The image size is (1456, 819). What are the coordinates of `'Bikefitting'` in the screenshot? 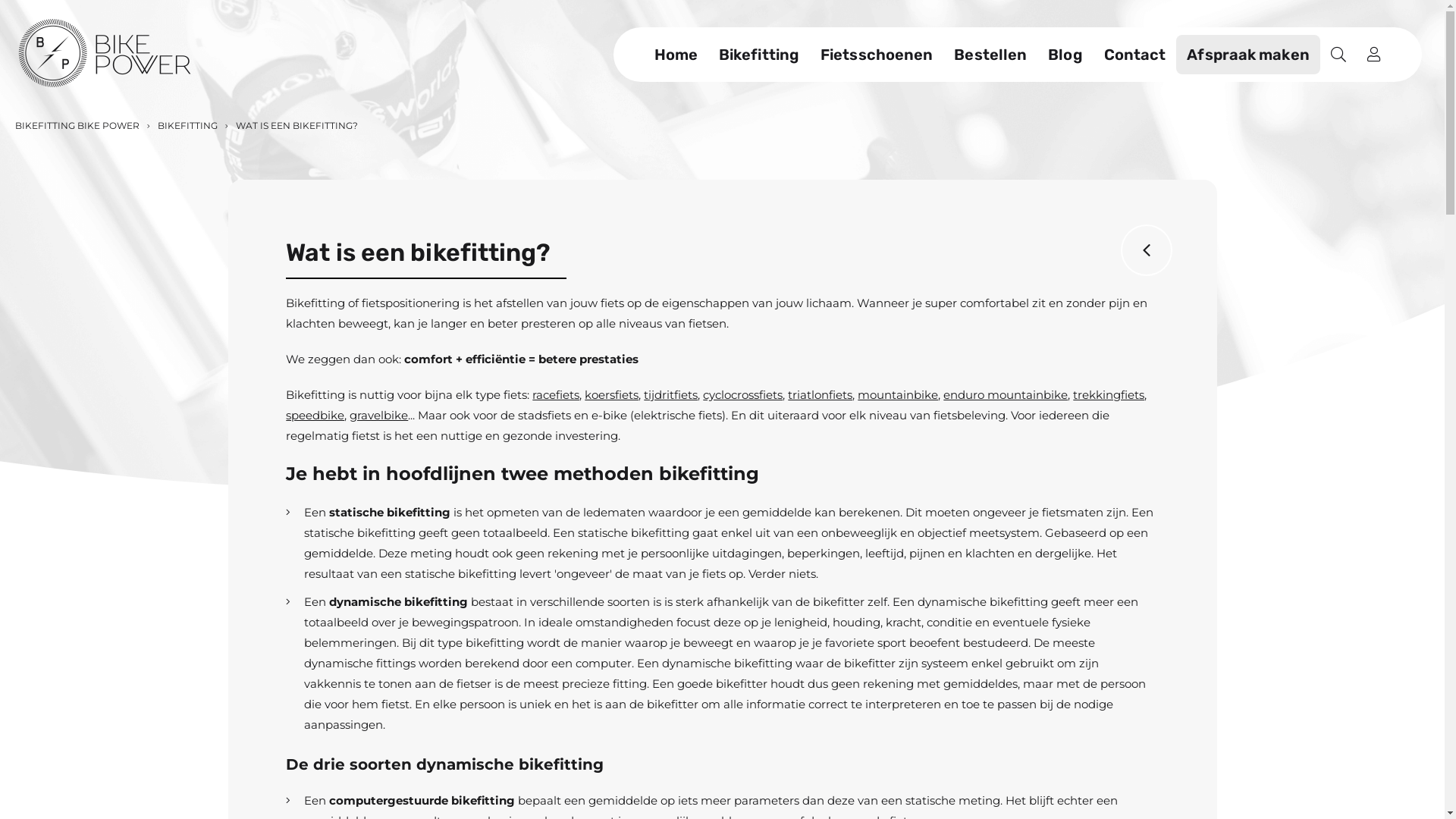 It's located at (708, 54).